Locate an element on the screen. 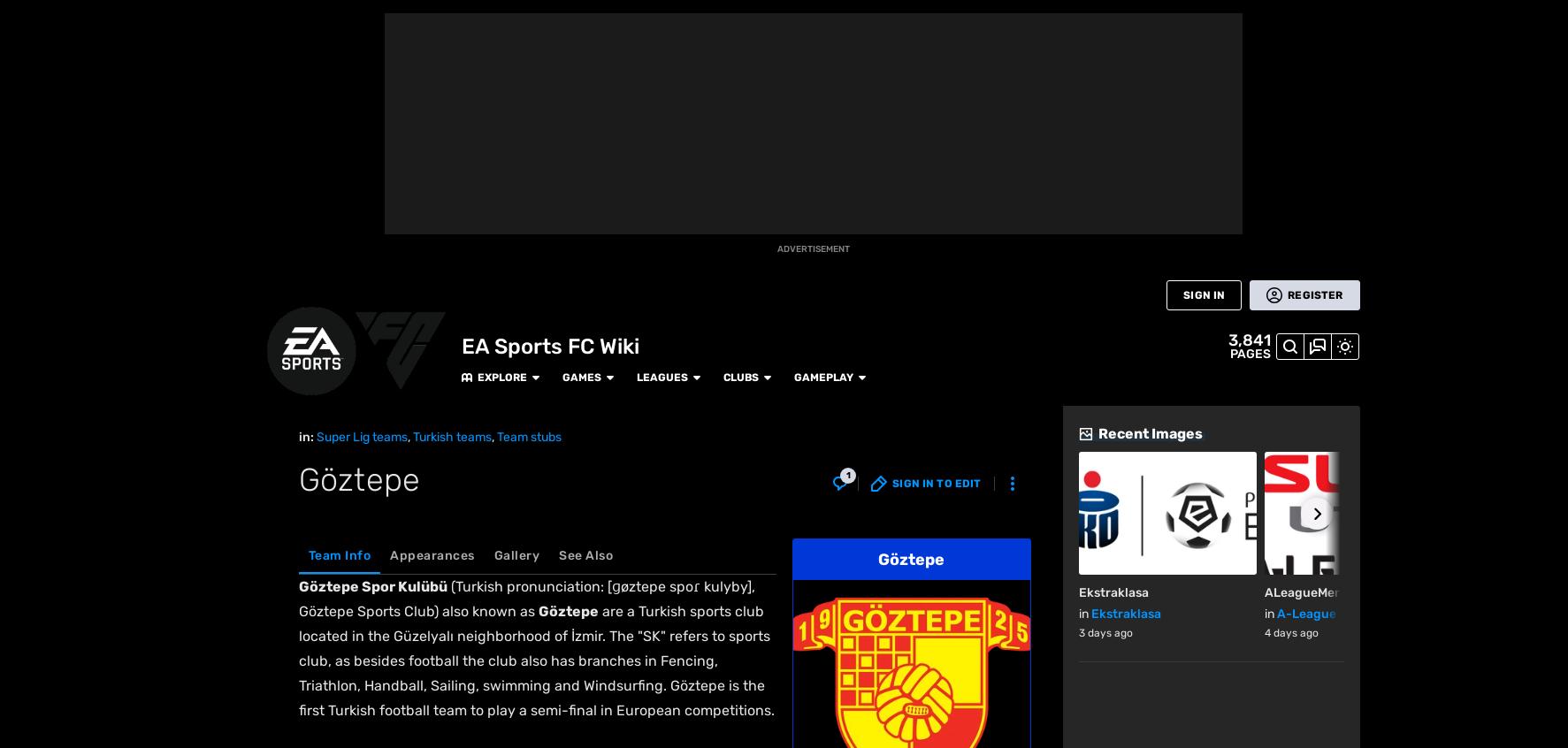 This screenshot has width=1568, height=748. 'Explore' is located at coordinates (310, 18).